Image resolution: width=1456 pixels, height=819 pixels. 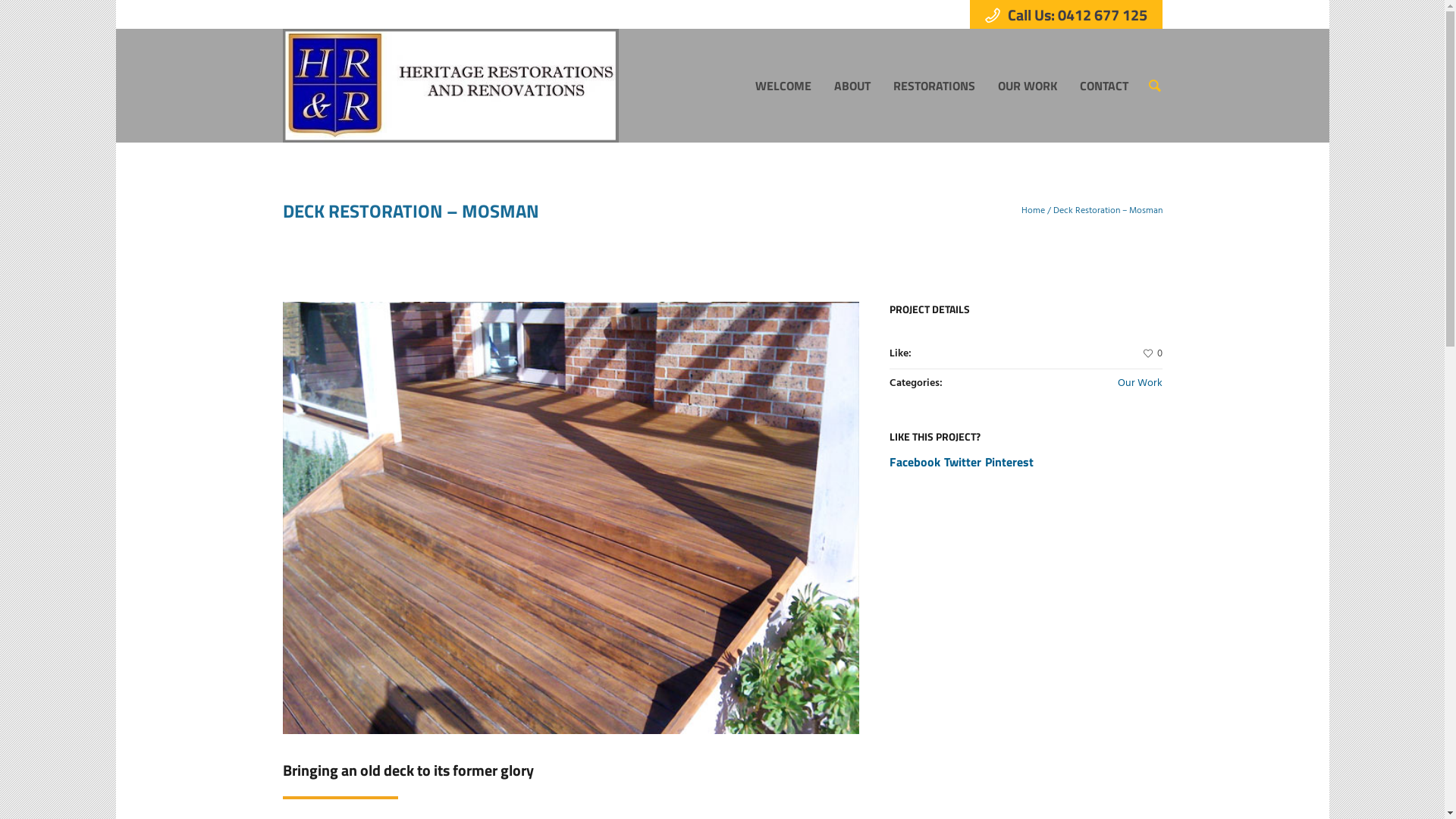 What do you see at coordinates (1103, 85) in the screenshot?
I see `'CONTACT'` at bounding box center [1103, 85].